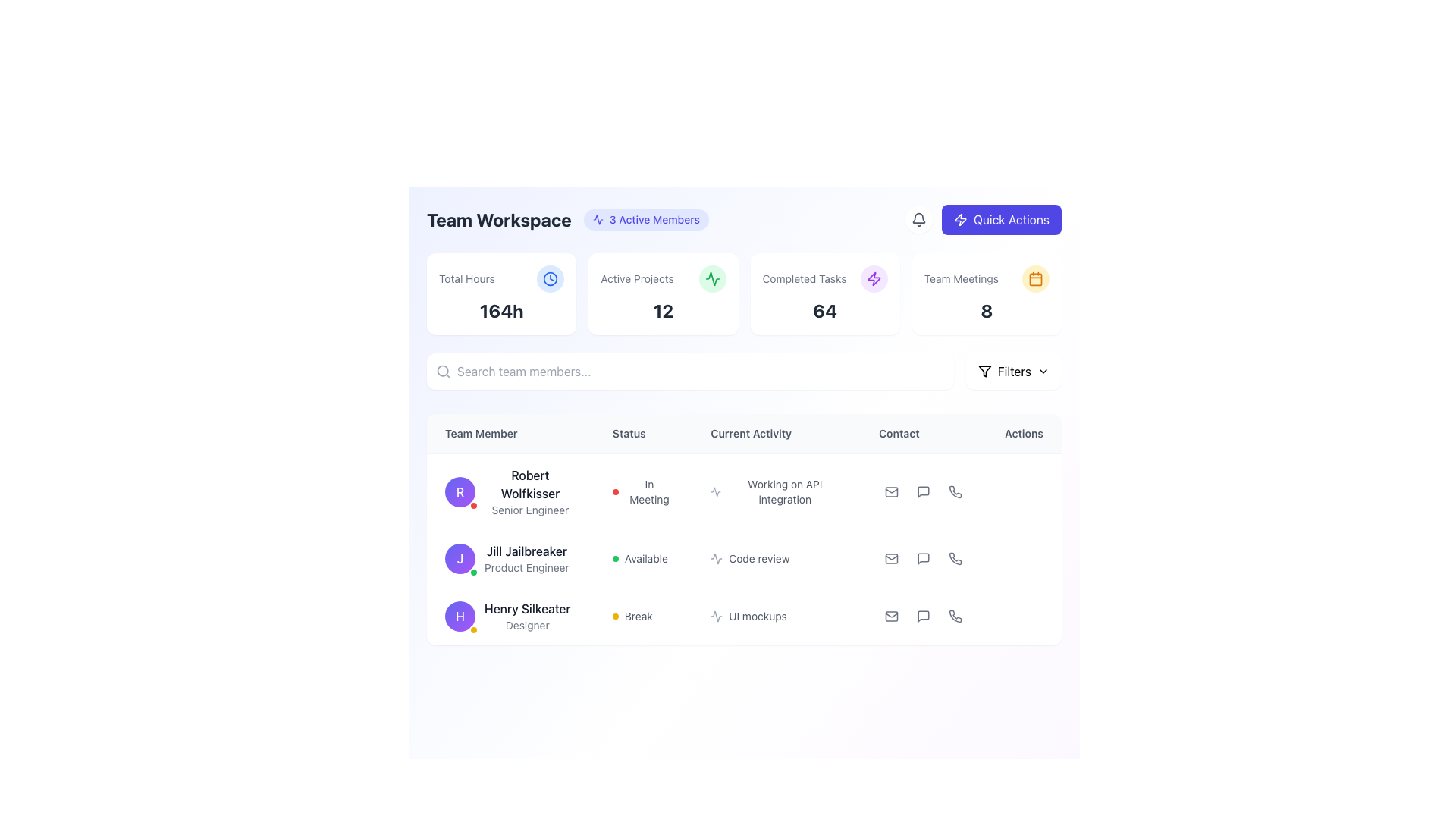  I want to click on the interactive button located in the 'Actions' column on the rightmost side of the first row in the team members' information table, so click(1024, 491).